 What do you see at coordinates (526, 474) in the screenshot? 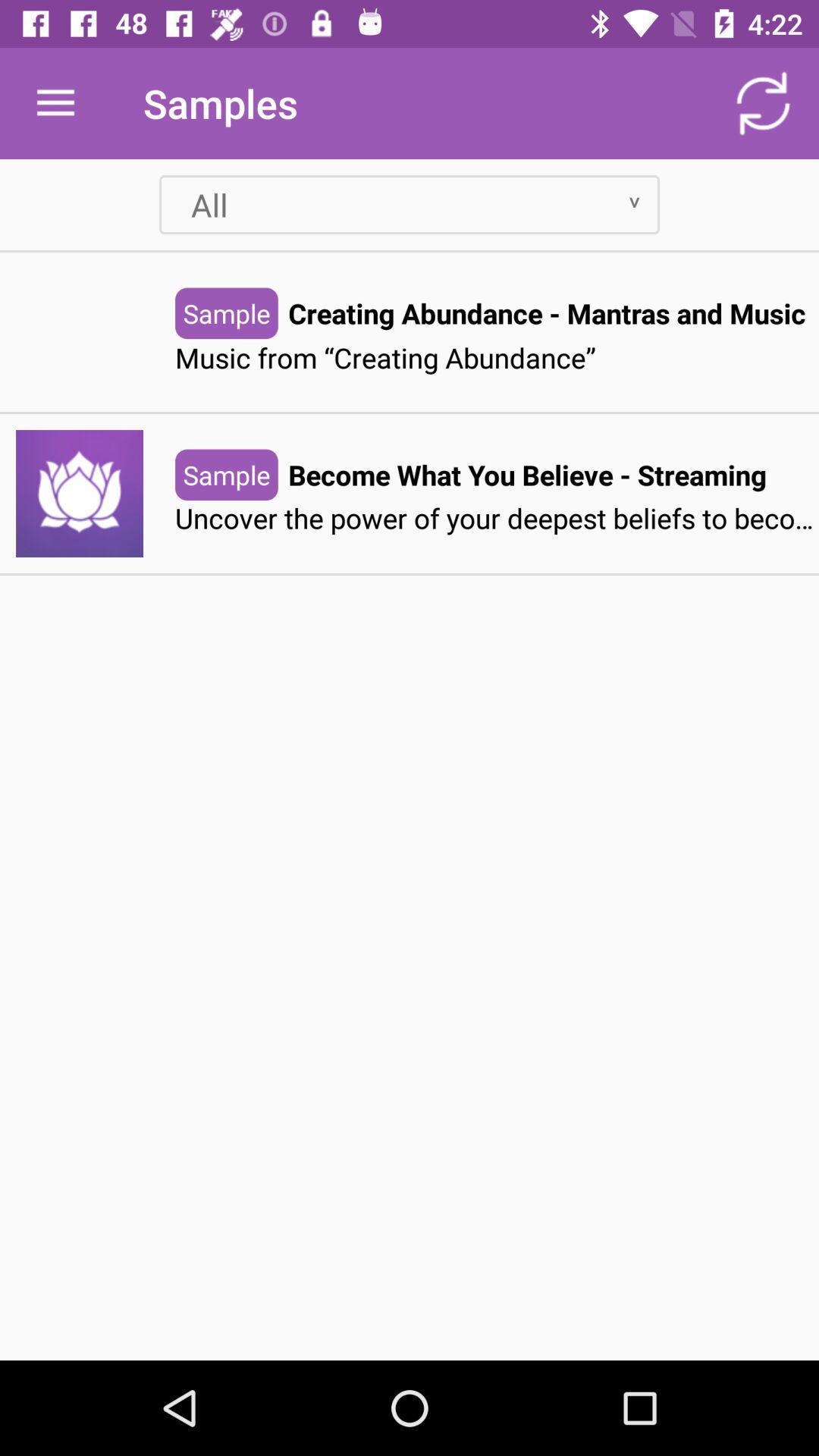
I see `the icon below the music from creating item` at bounding box center [526, 474].